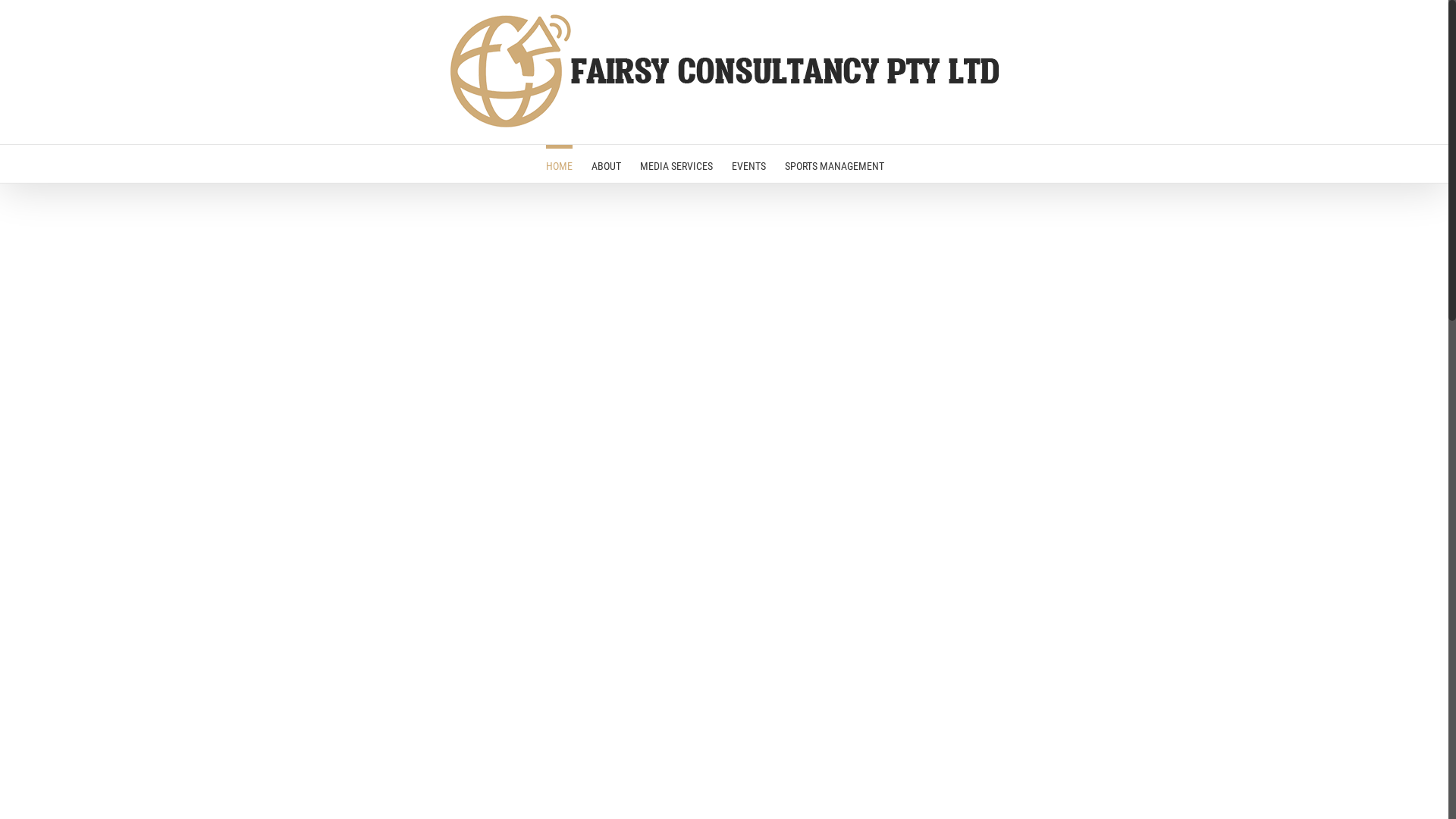 Image resolution: width=1456 pixels, height=819 pixels. What do you see at coordinates (558, 164) in the screenshot?
I see `'HOME'` at bounding box center [558, 164].